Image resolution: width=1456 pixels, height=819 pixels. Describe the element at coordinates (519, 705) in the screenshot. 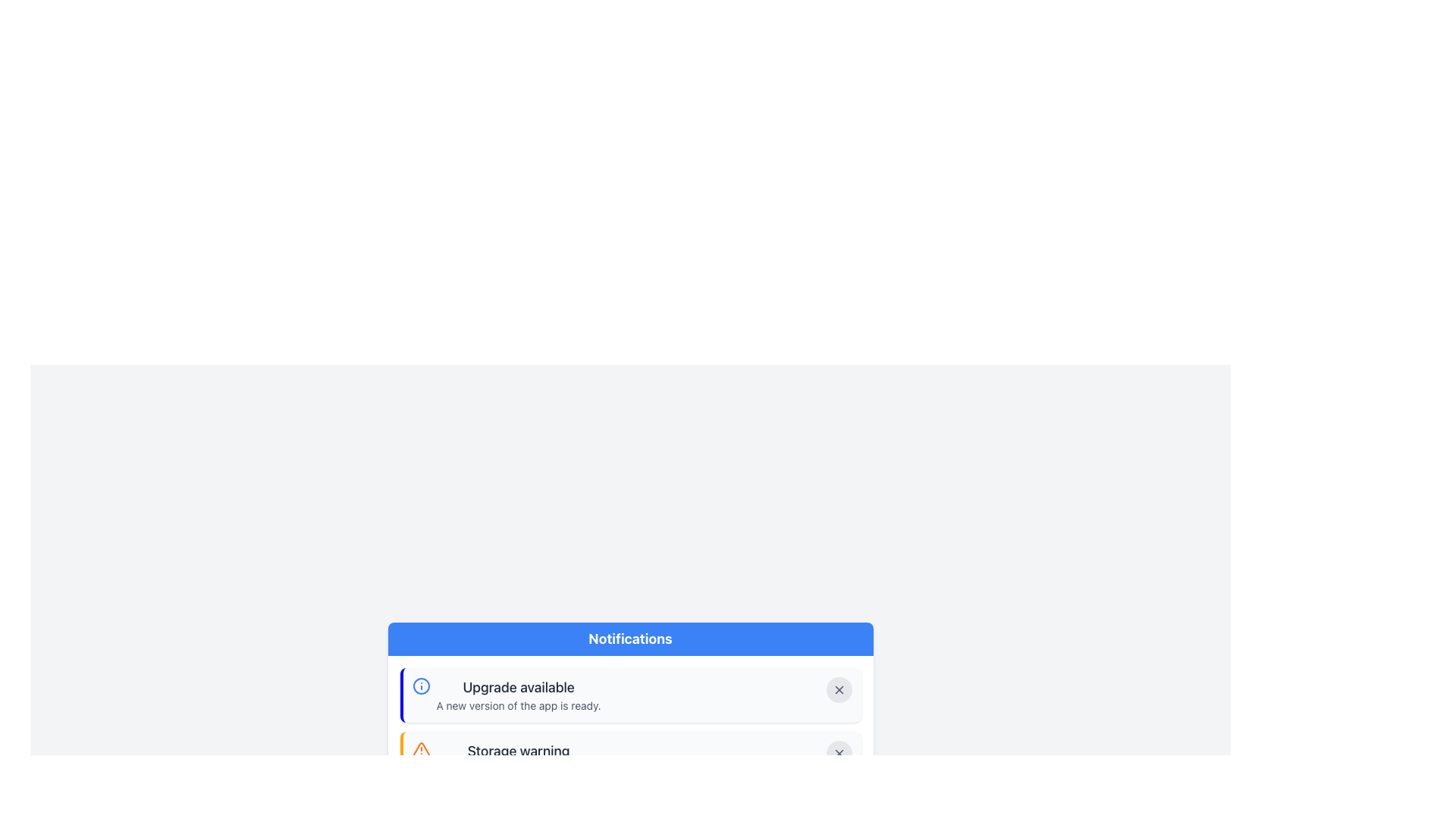

I see `the text displaying 'A new version of the app is ready.' which is located below the 'Upgrade available' header` at that location.